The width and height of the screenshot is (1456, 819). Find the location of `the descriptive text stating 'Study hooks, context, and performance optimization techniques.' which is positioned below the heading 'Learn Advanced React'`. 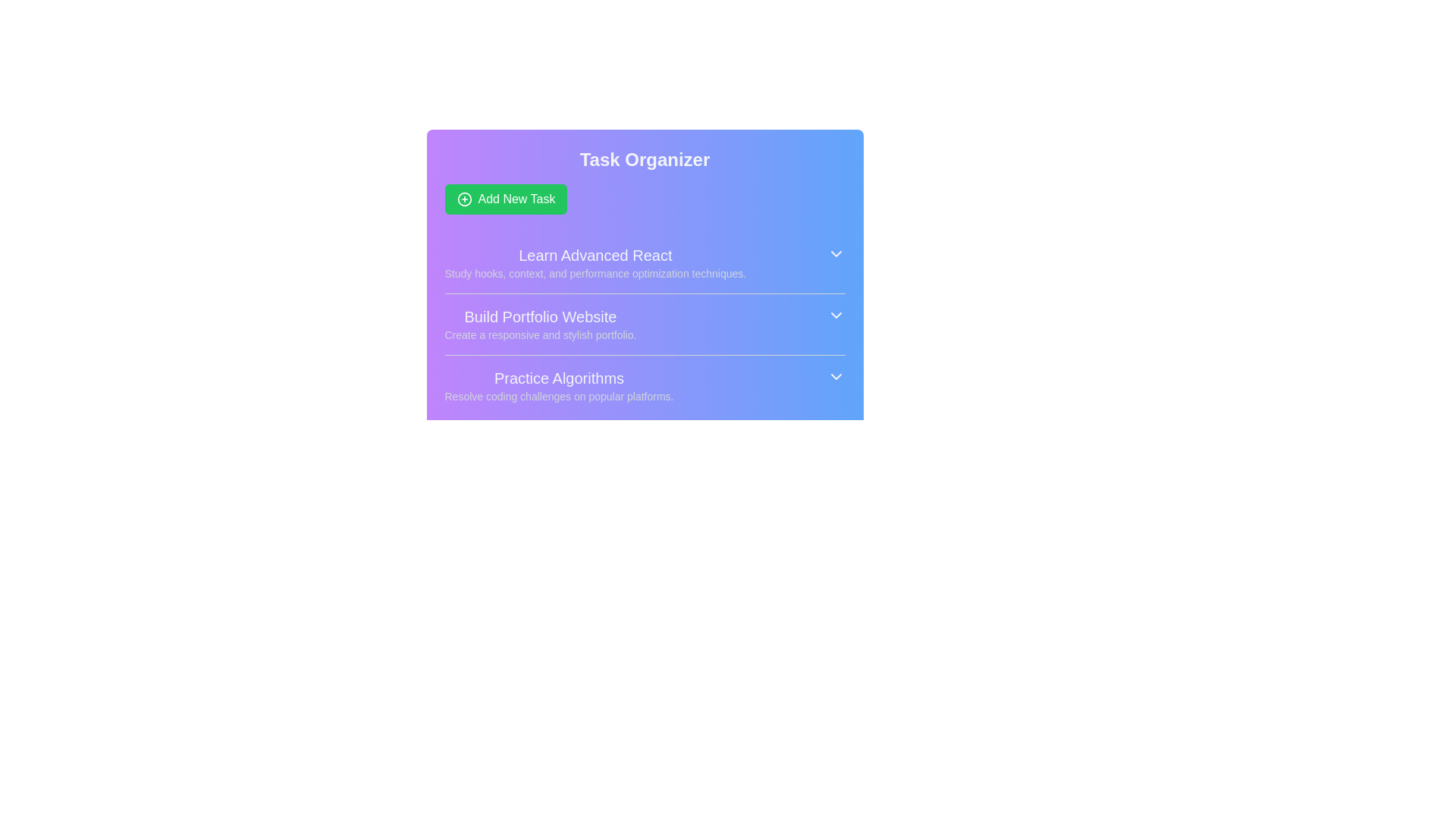

the descriptive text stating 'Study hooks, context, and performance optimization techniques.' which is positioned below the heading 'Learn Advanced React' is located at coordinates (595, 274).